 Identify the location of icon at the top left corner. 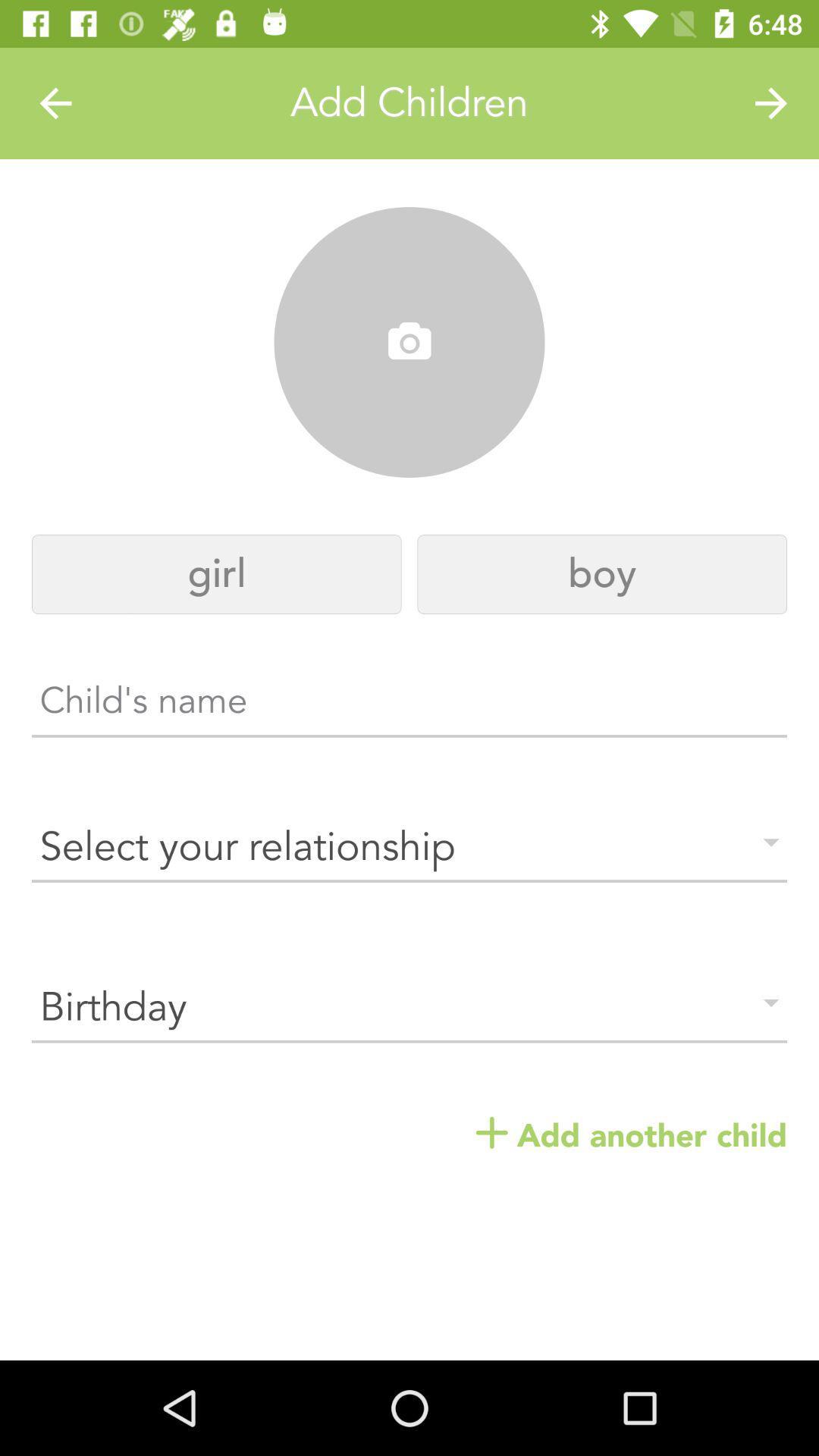
(55, 102).